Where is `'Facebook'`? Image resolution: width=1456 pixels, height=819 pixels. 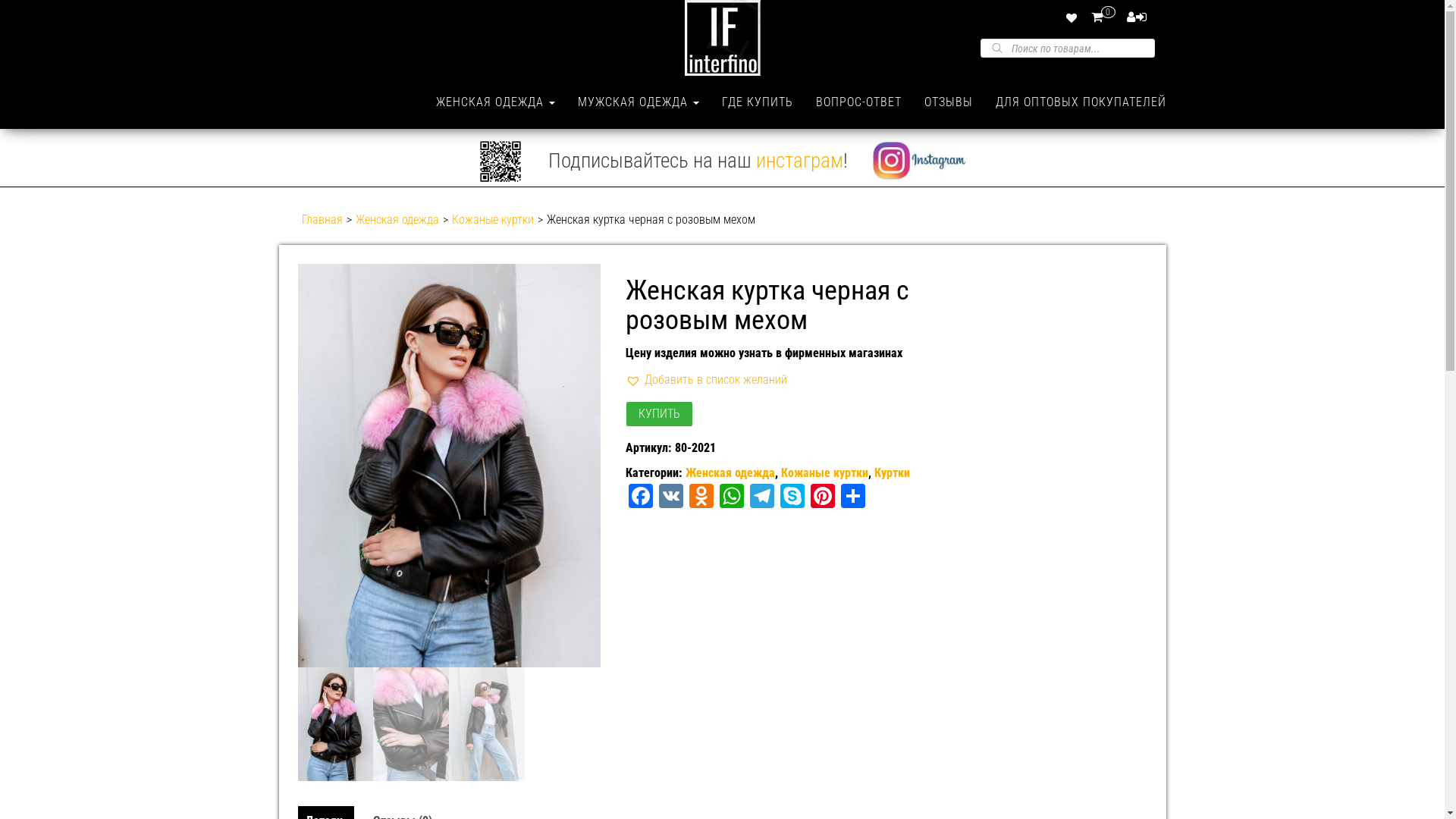
'Facebook' is located at coordinates (640, 497).